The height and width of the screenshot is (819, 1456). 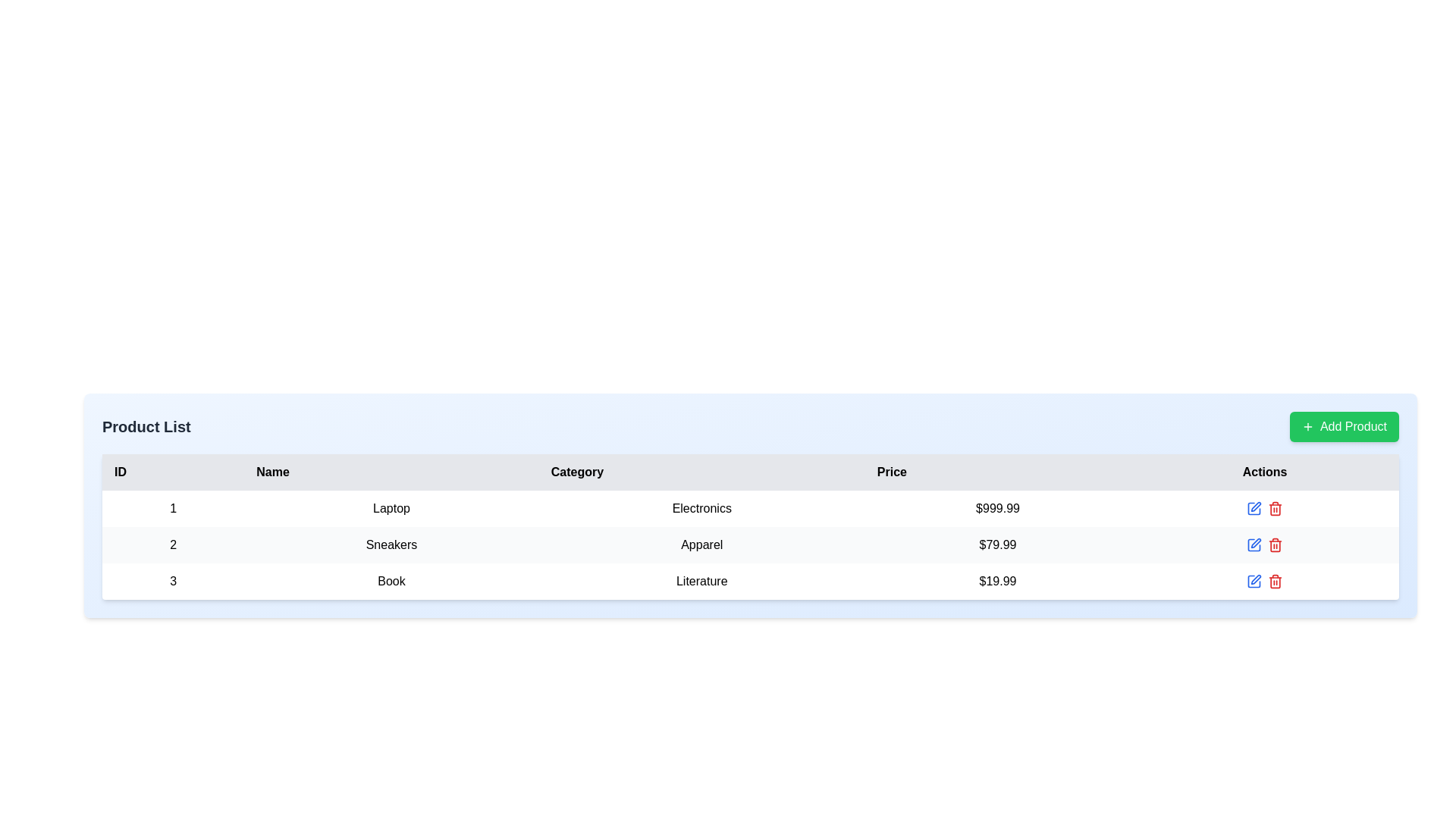 What do you see at coordinates (701, 544) in the screenshot?
I see `the static text element displaying 'Apparel' in the 'Category' column of the 'Product List' table` at bounding box center [701, 544].